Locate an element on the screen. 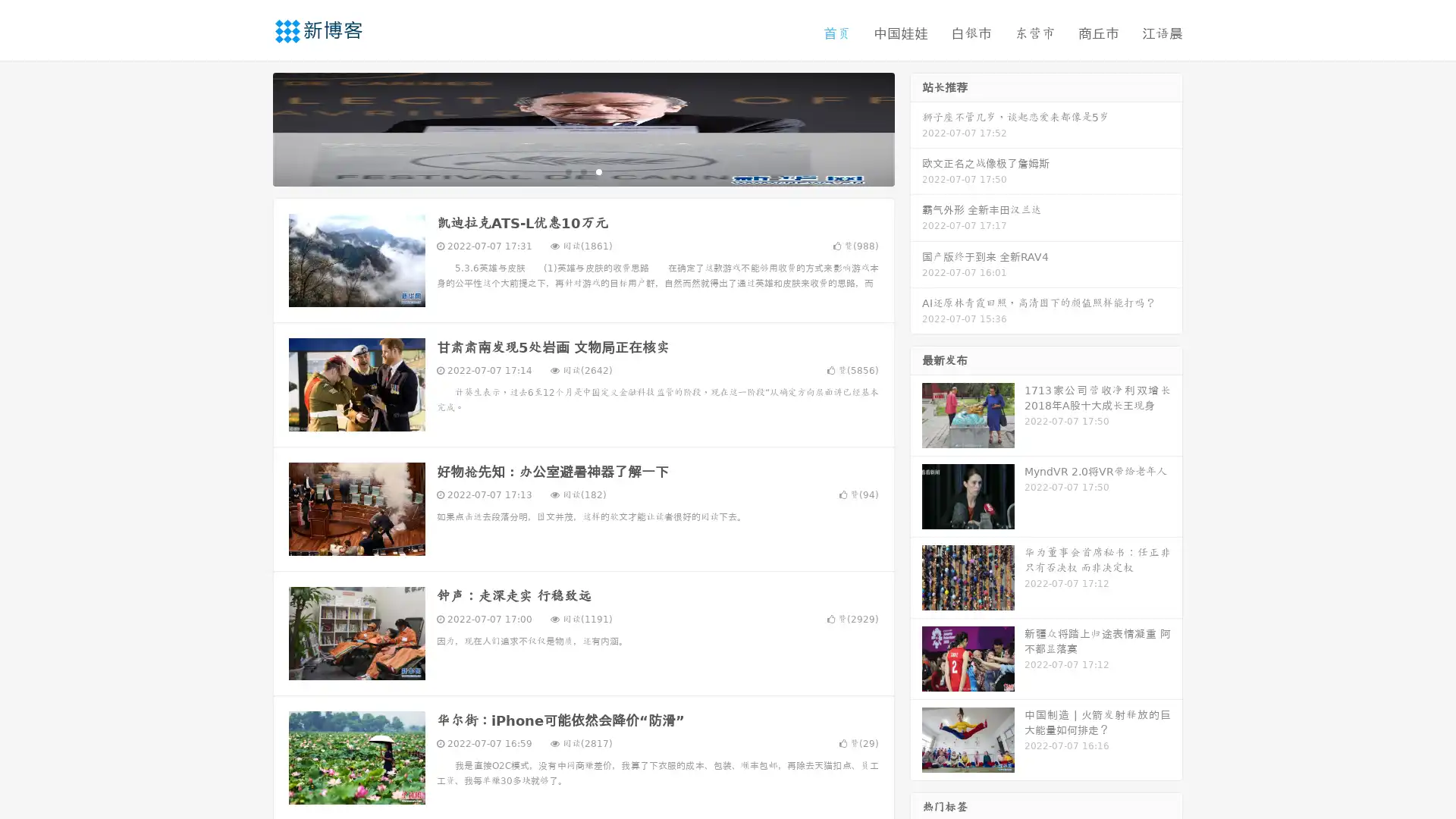 This screenshot has height=819, width=1456. Next slide is located at coordinates (916, 127).